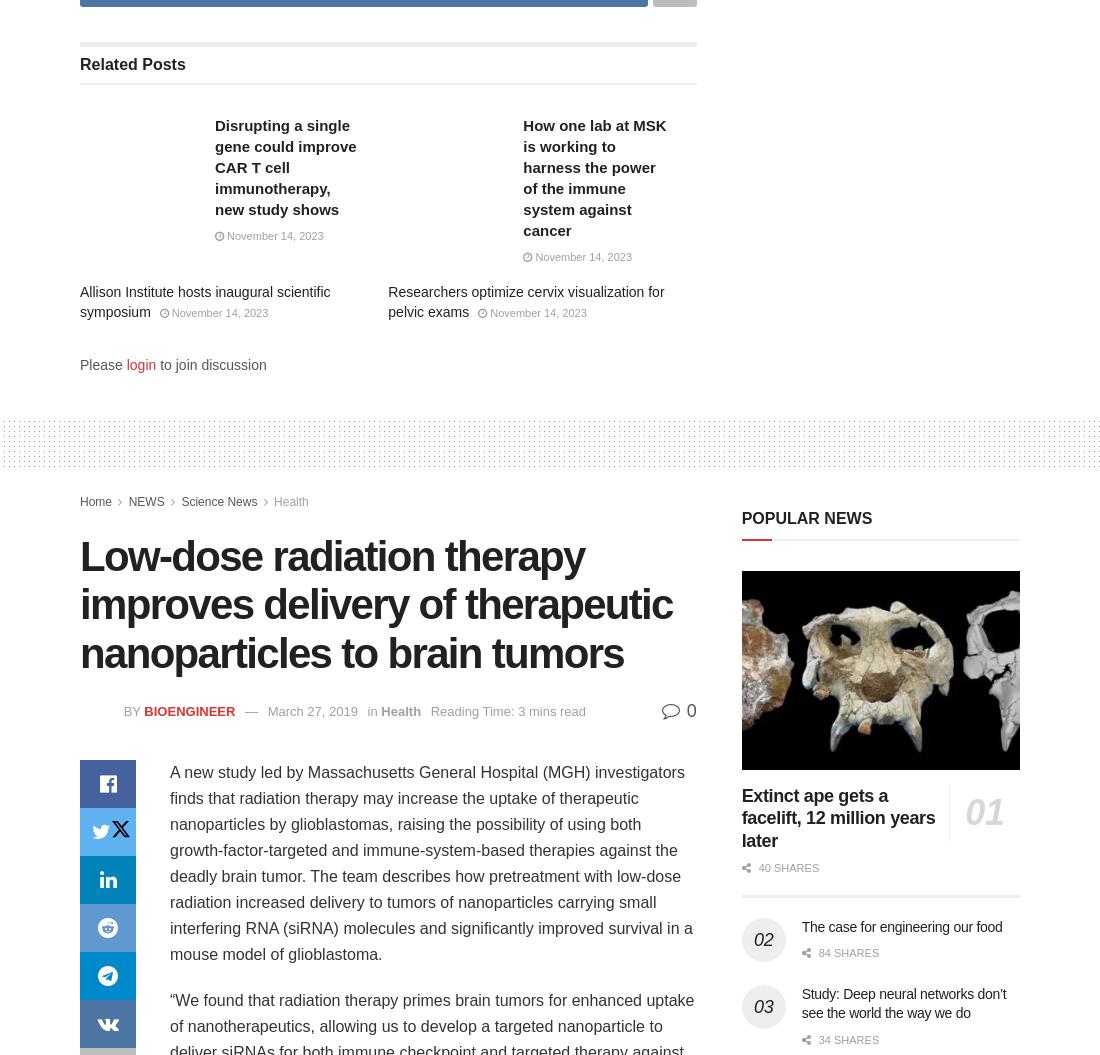  Describe the element at coordinates (154, 365) in the screenshot. I see `'to join discussion'` at that location.